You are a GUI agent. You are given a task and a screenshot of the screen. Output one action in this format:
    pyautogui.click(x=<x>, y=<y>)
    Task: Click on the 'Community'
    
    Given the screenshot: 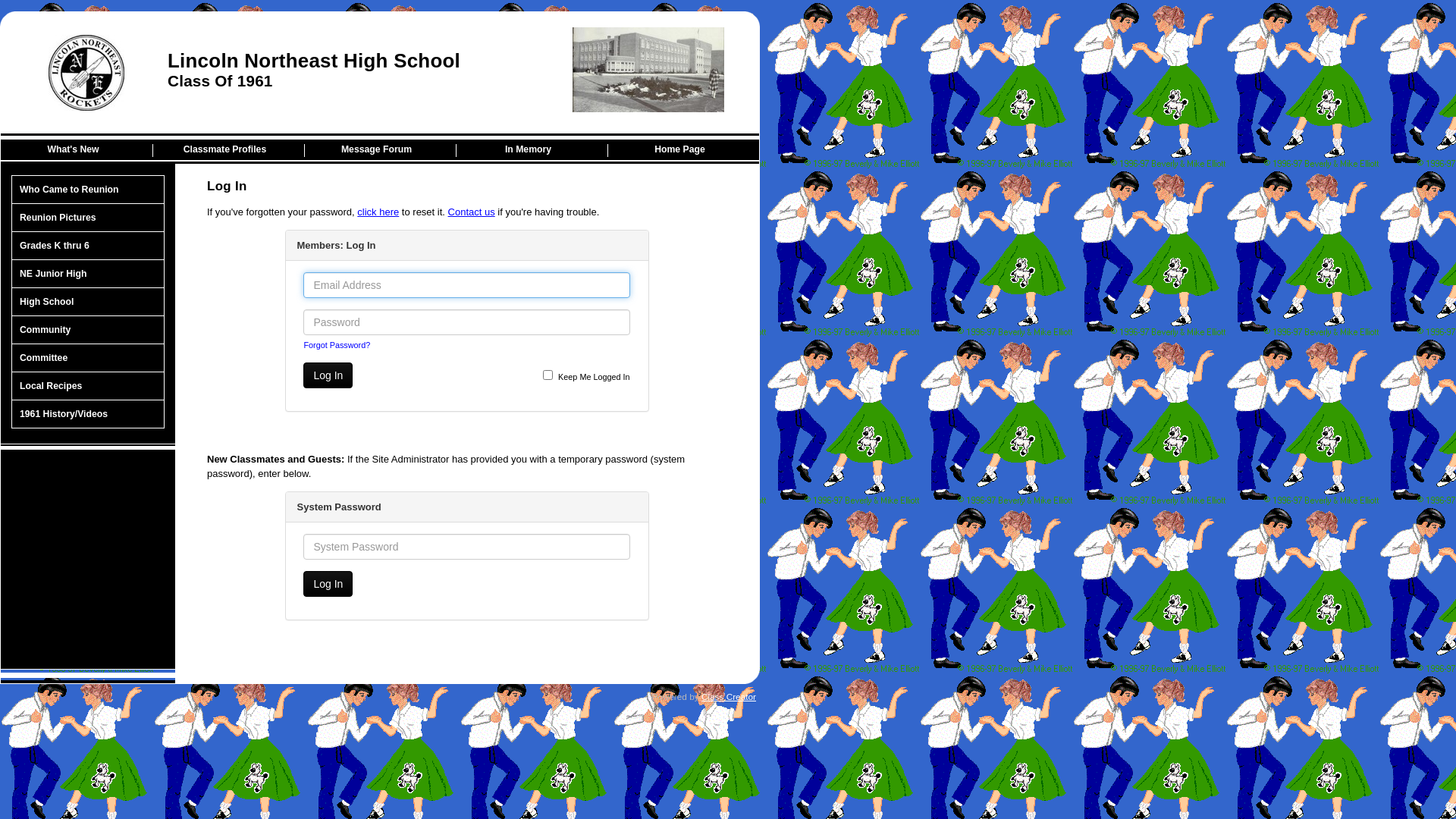 What is the action you would take?
    pyautogui.click(x=86, y=329)
    